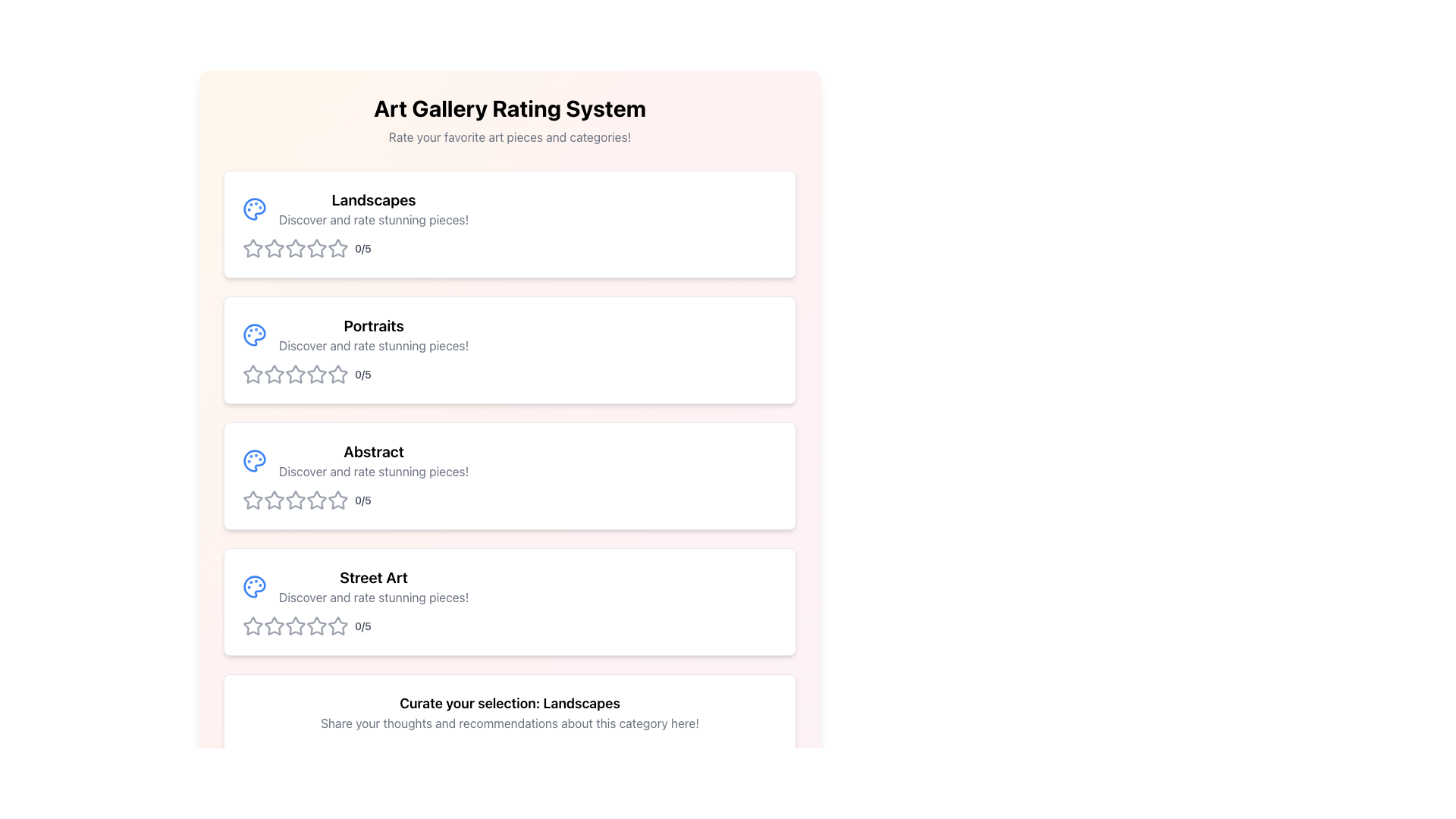 The image size is (1456, 819). Describe the element at coordinates (374, 460) in the screenshot. I see `text from the Textual Header which contains the title 'Abstract' and subtitle 'Discover and rate stunning pieces!' located in the third card from the top` at that location.